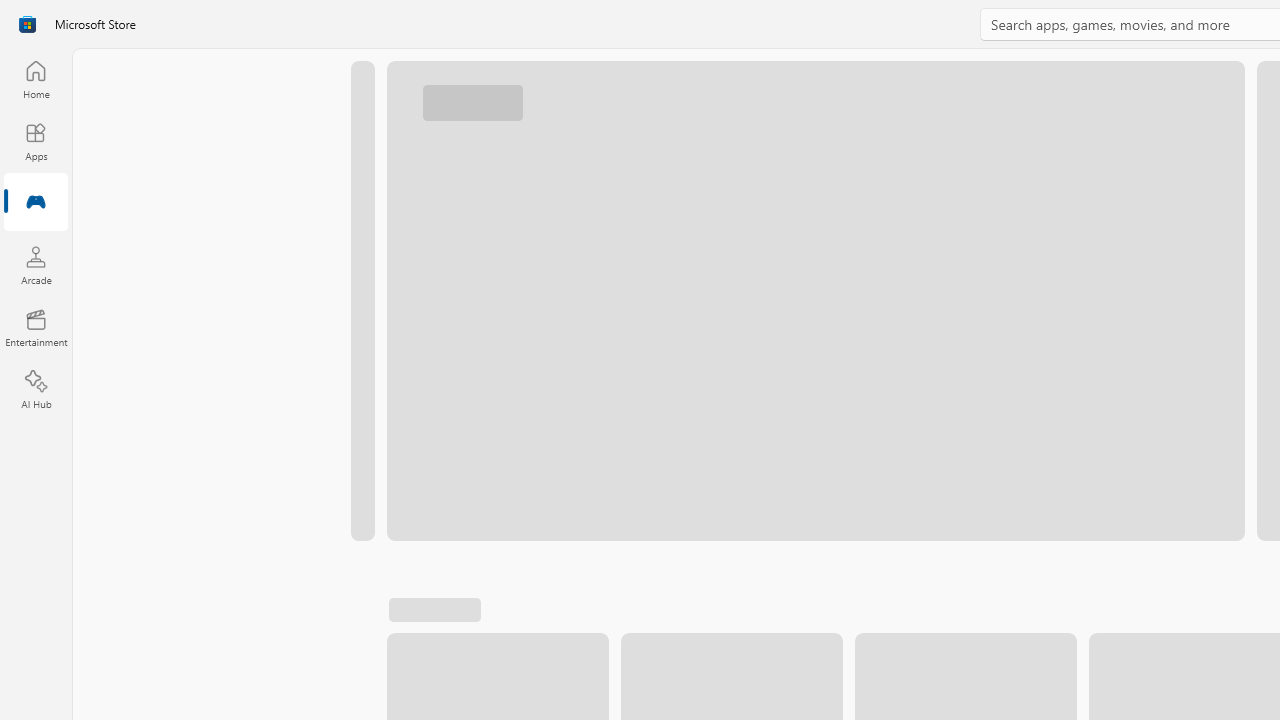 The image size is (1280, 720). Describe the element at coordinates (35, 140) in the screenshot. I see `'Apps'` at that location.